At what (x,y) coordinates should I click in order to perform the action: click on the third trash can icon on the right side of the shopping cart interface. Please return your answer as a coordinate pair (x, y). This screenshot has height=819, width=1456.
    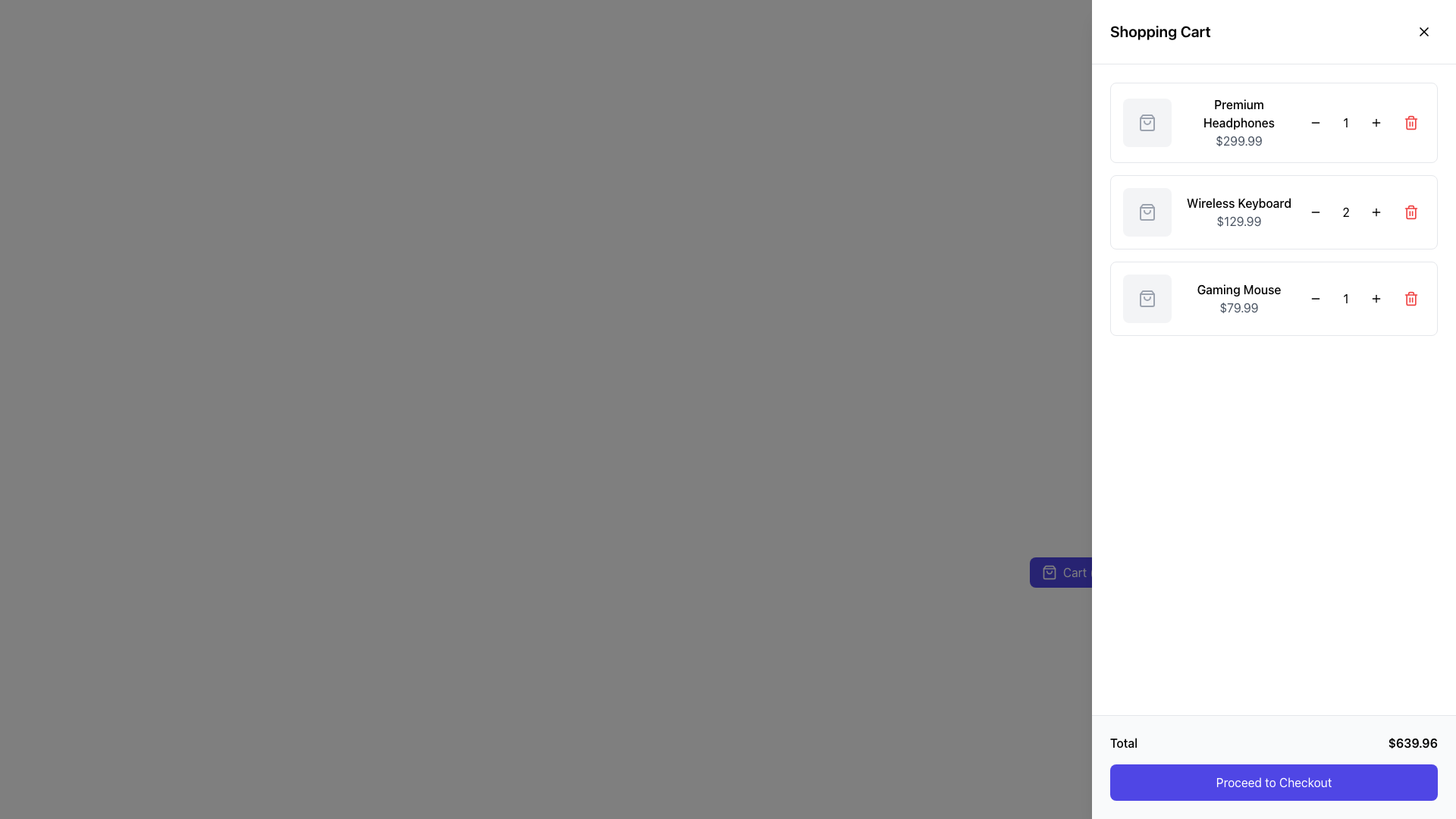
    Looking at the image, I should click on (1410, 298).